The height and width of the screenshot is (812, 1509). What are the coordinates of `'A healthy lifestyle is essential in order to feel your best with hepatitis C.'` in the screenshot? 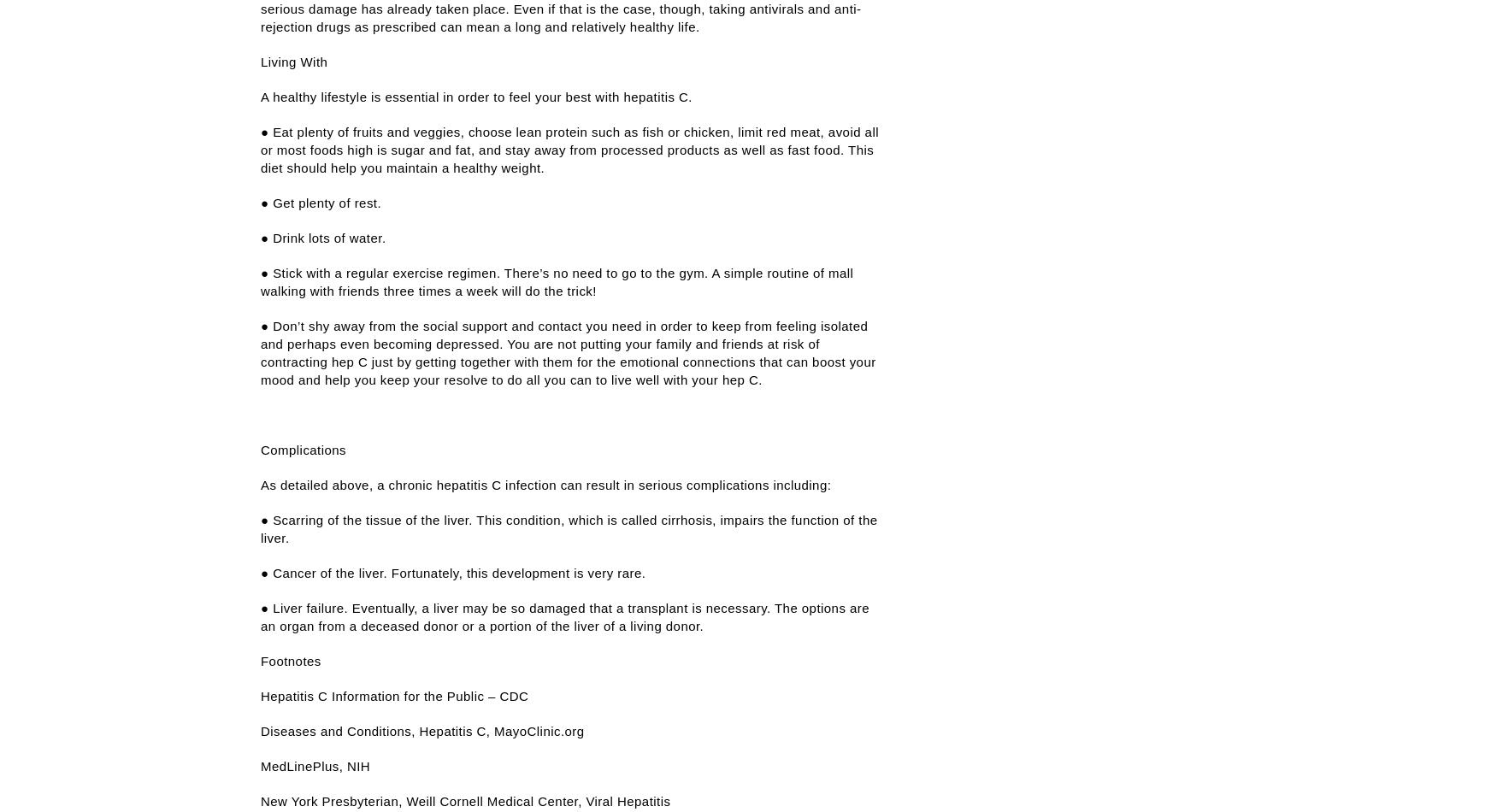 It's located at (475, 97).